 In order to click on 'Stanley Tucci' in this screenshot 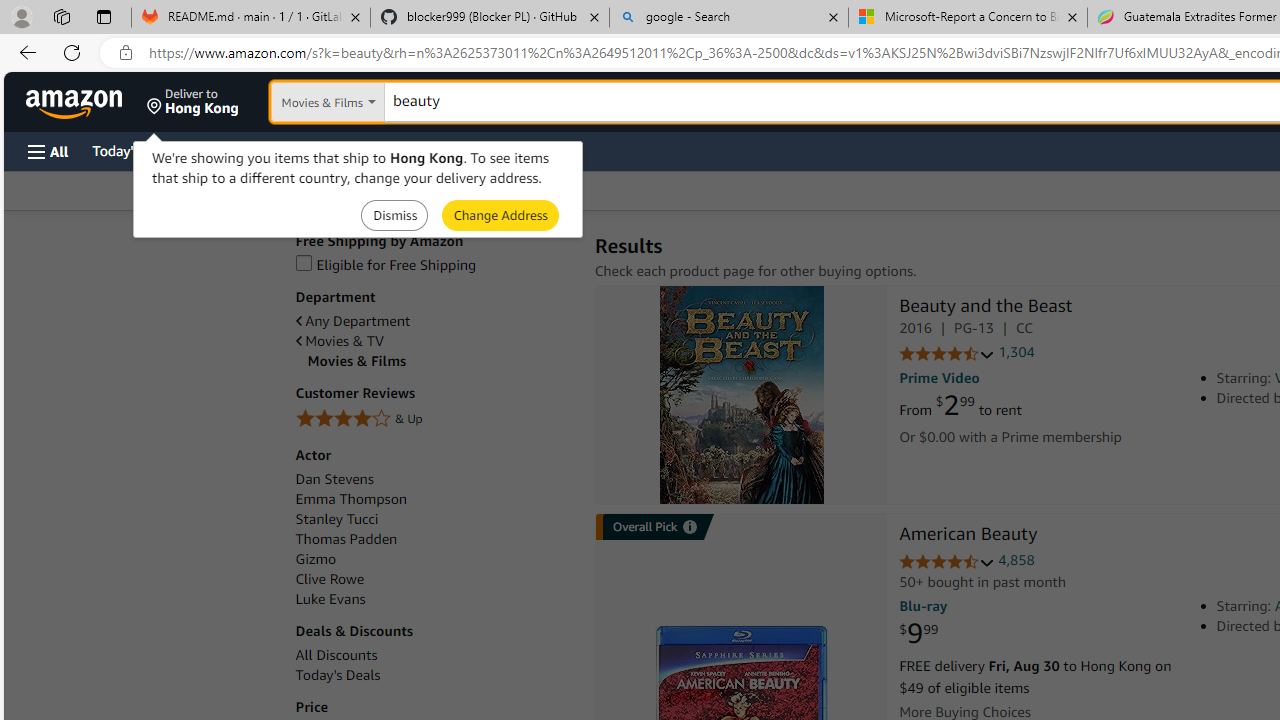, I will do `click(336, 518)`.